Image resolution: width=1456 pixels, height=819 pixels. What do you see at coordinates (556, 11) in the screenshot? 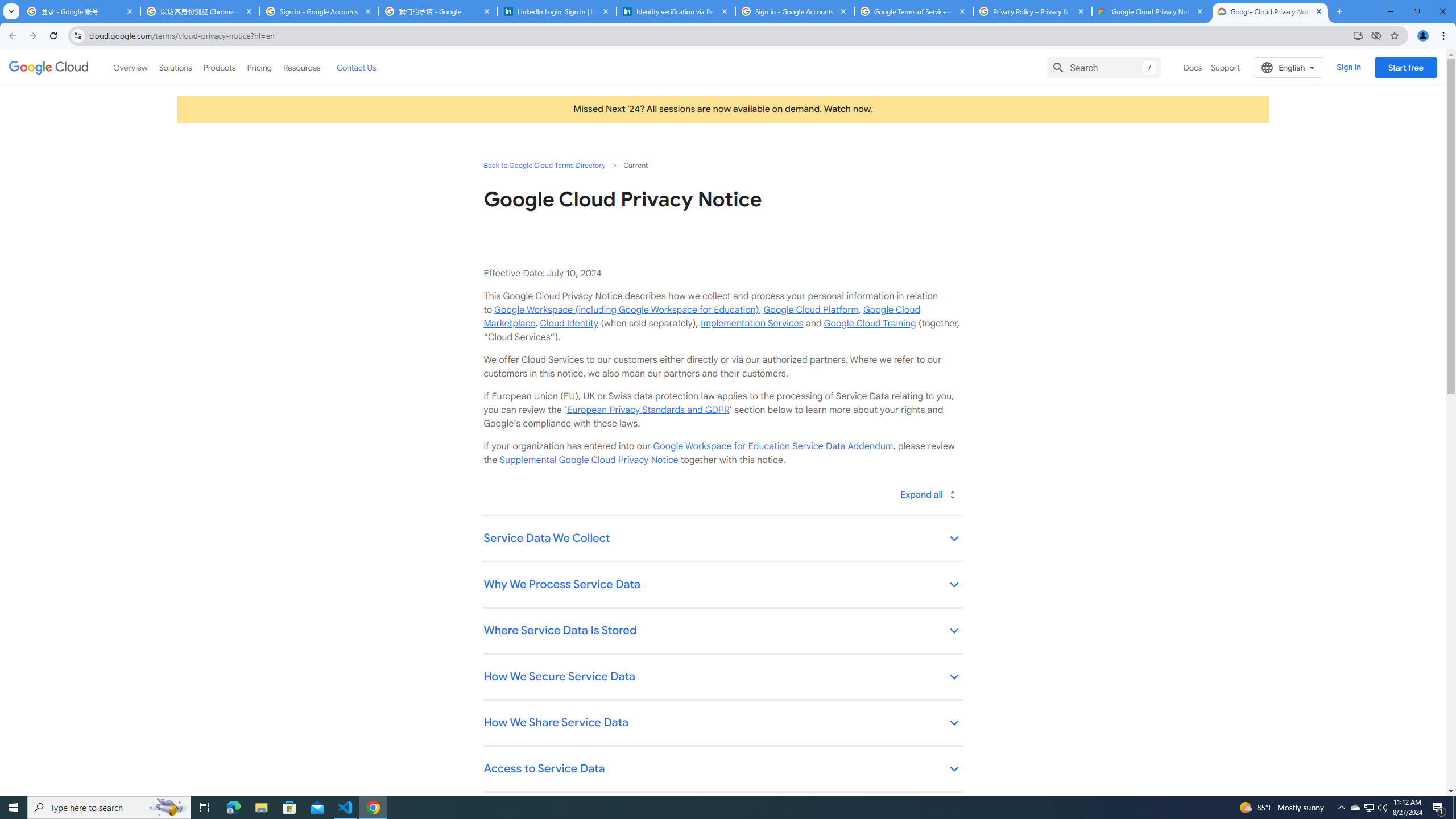
I see `'LinkedIn Login, Sign in | LinkedIn'` at bounding box center [556, 11].